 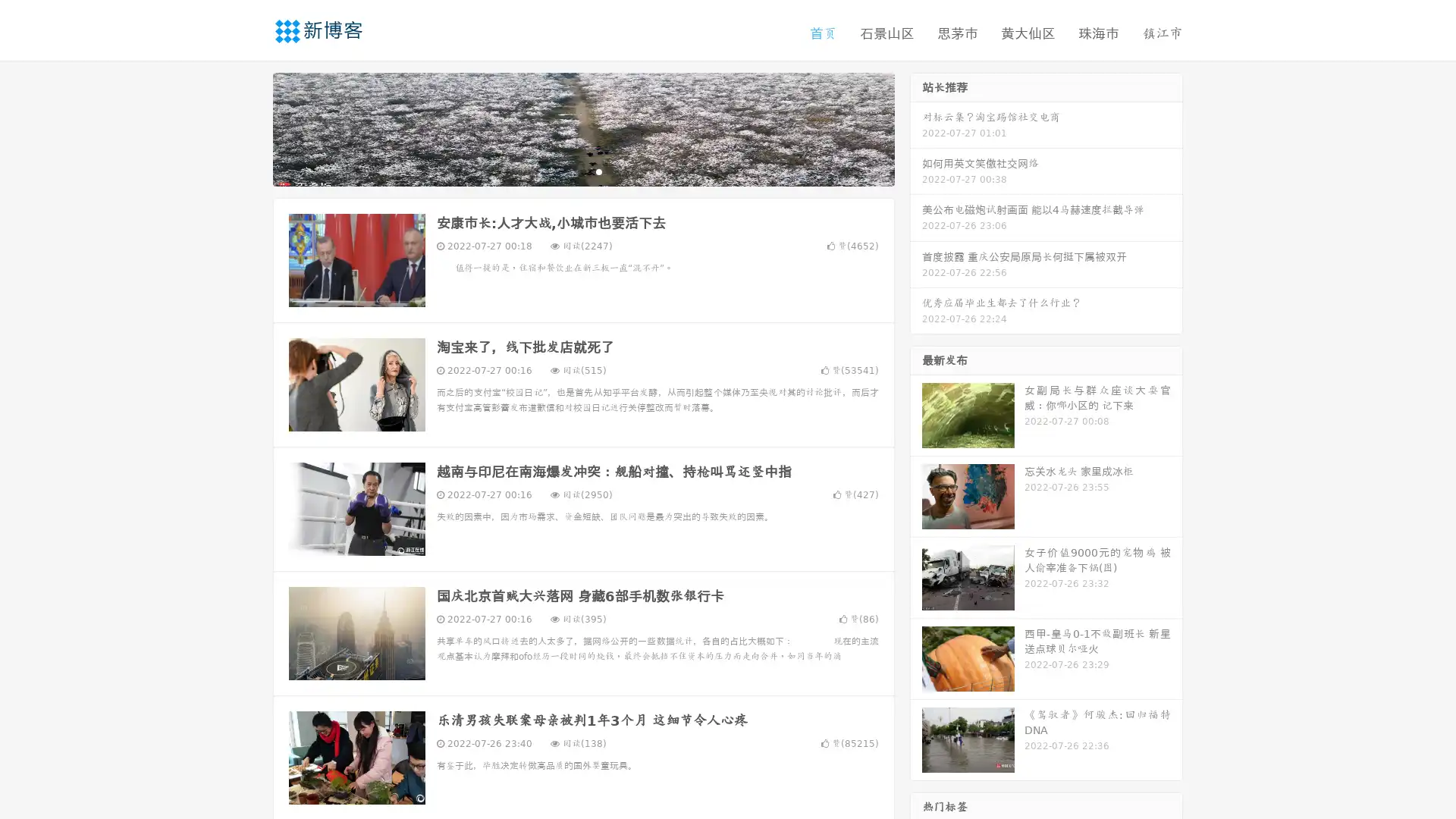 I want to click on Go to slide 3, so click(x=598, y=171).